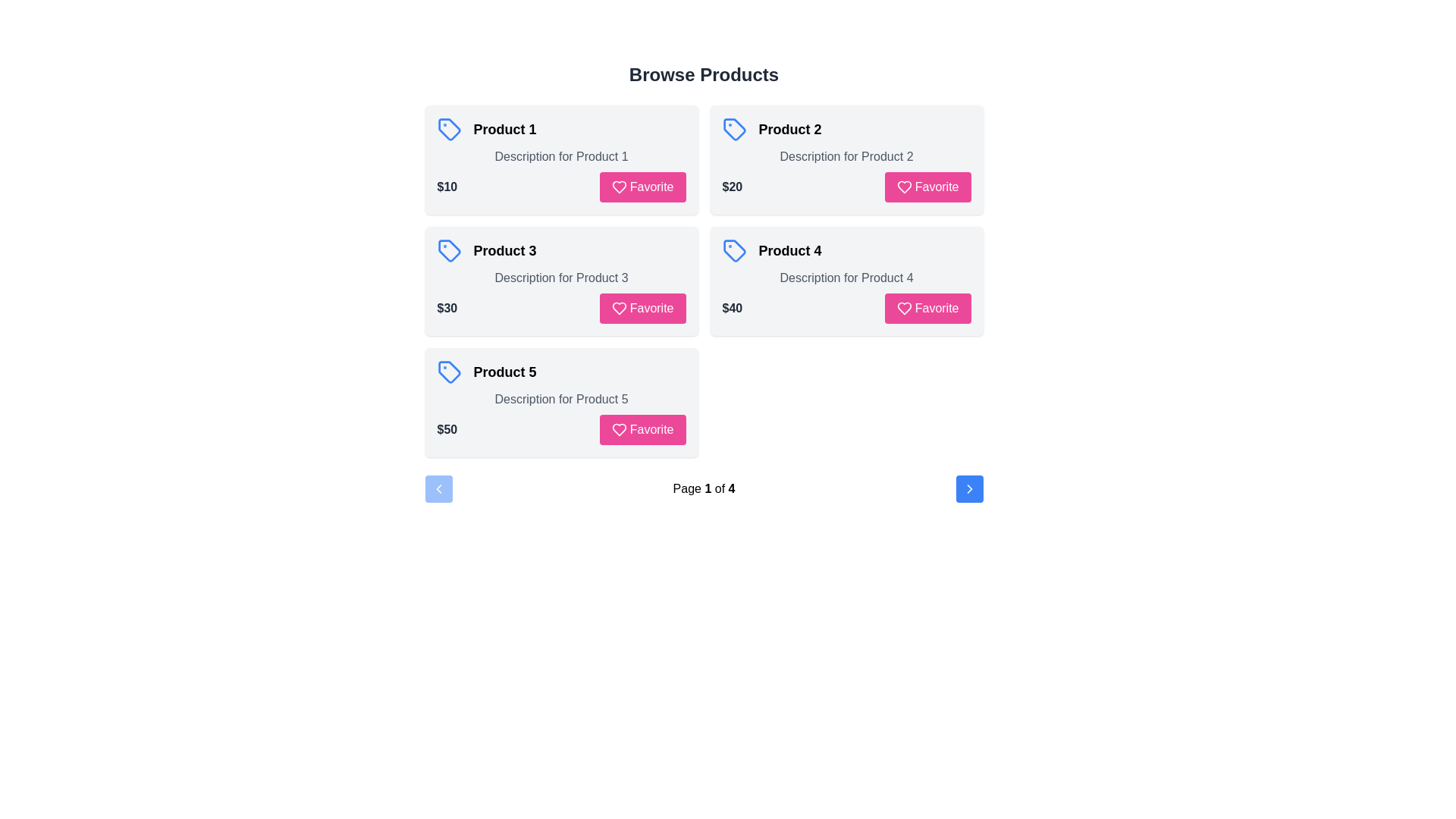 The width and height of the screenshot is (1456, 819). I want to click on the heart icon located within the 'Favorite' button next to the 'Favorite' text, so click(904, 308).